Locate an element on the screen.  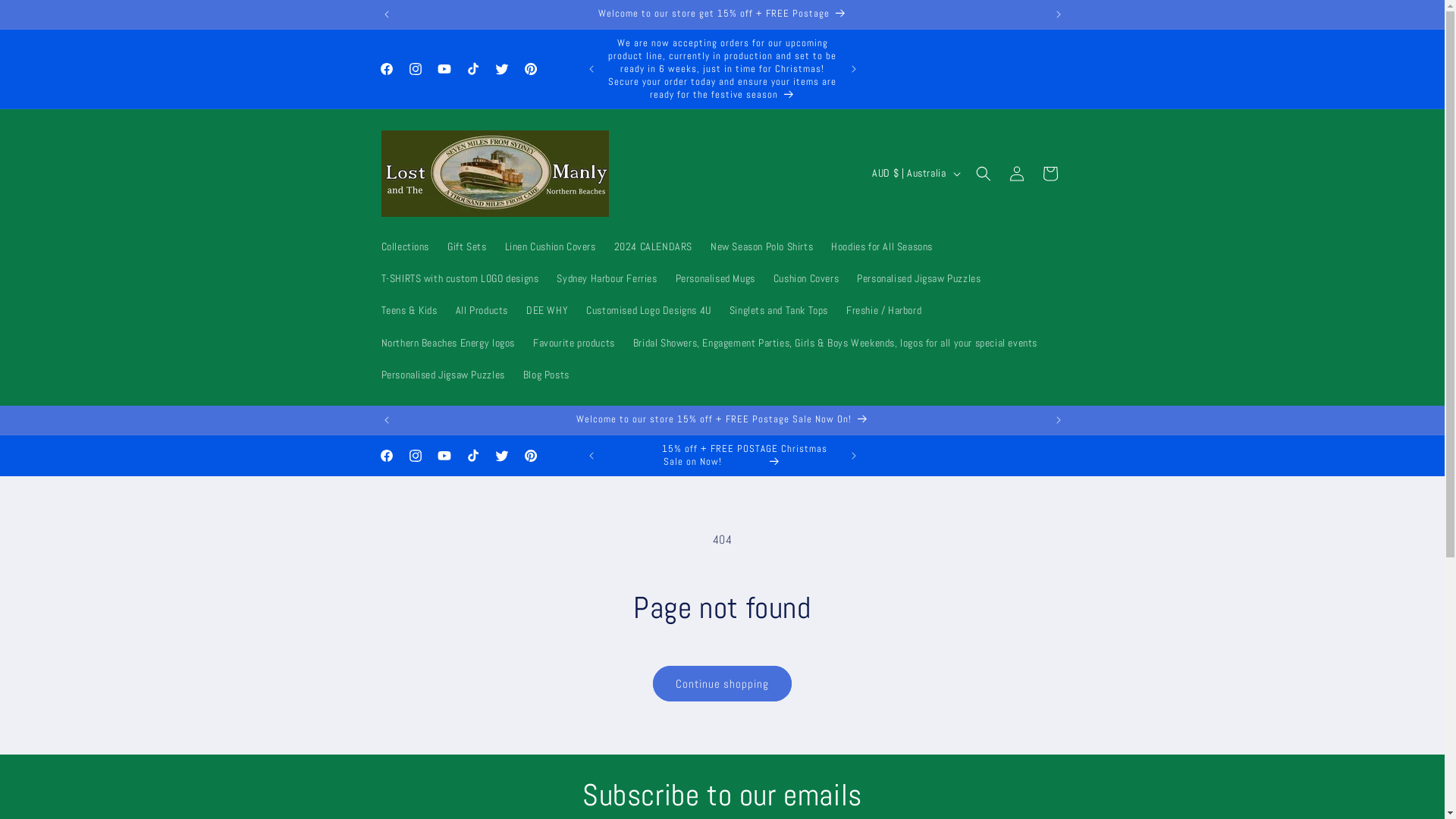
'YouTube' is located at coordinates (443, 69).